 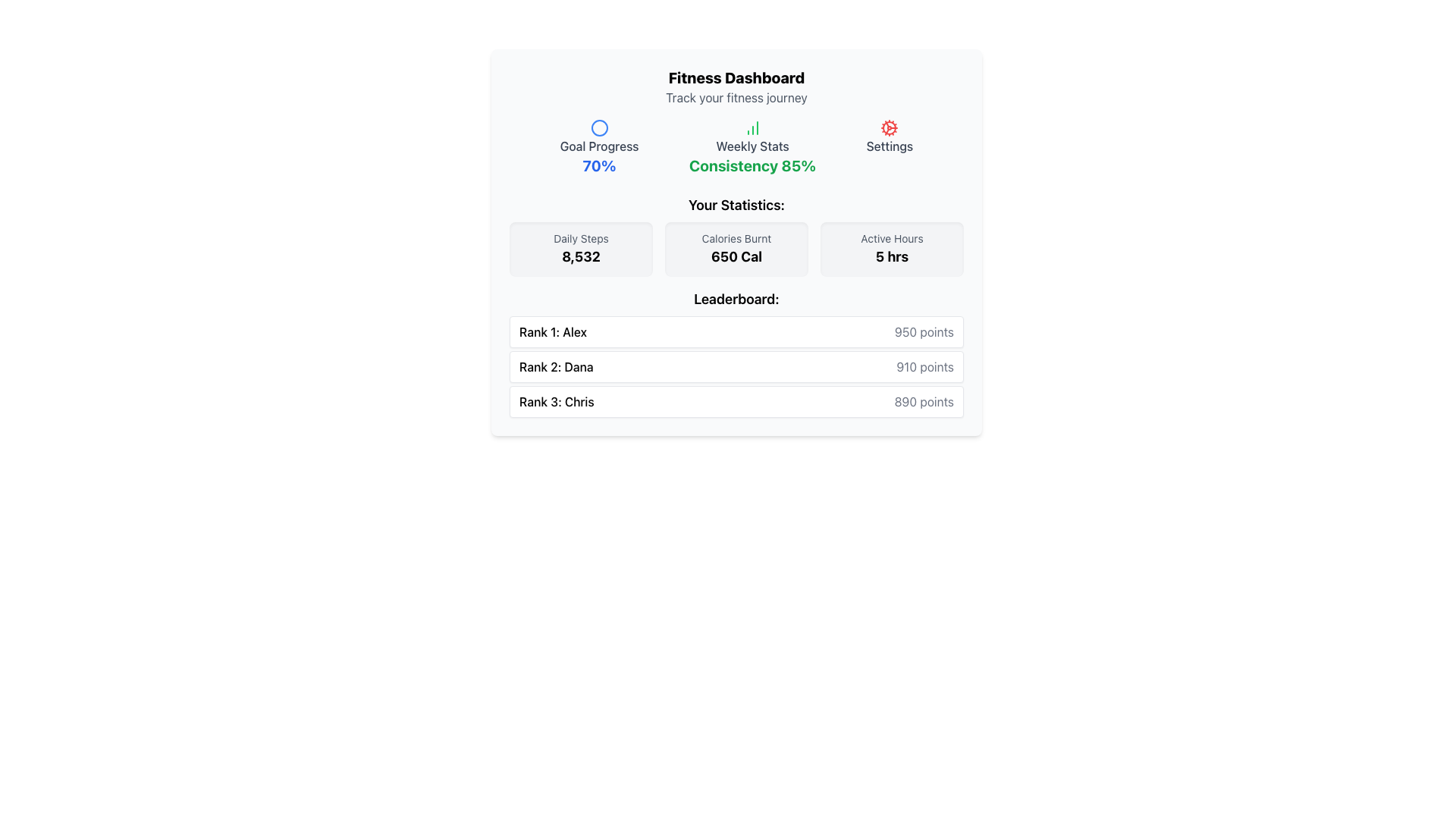 I want to click on the Leaderboard entry element displaying 'Rank 1: Alex' and '950 points', which is the first item in the leaderboard list, so click(x=736, y=331).